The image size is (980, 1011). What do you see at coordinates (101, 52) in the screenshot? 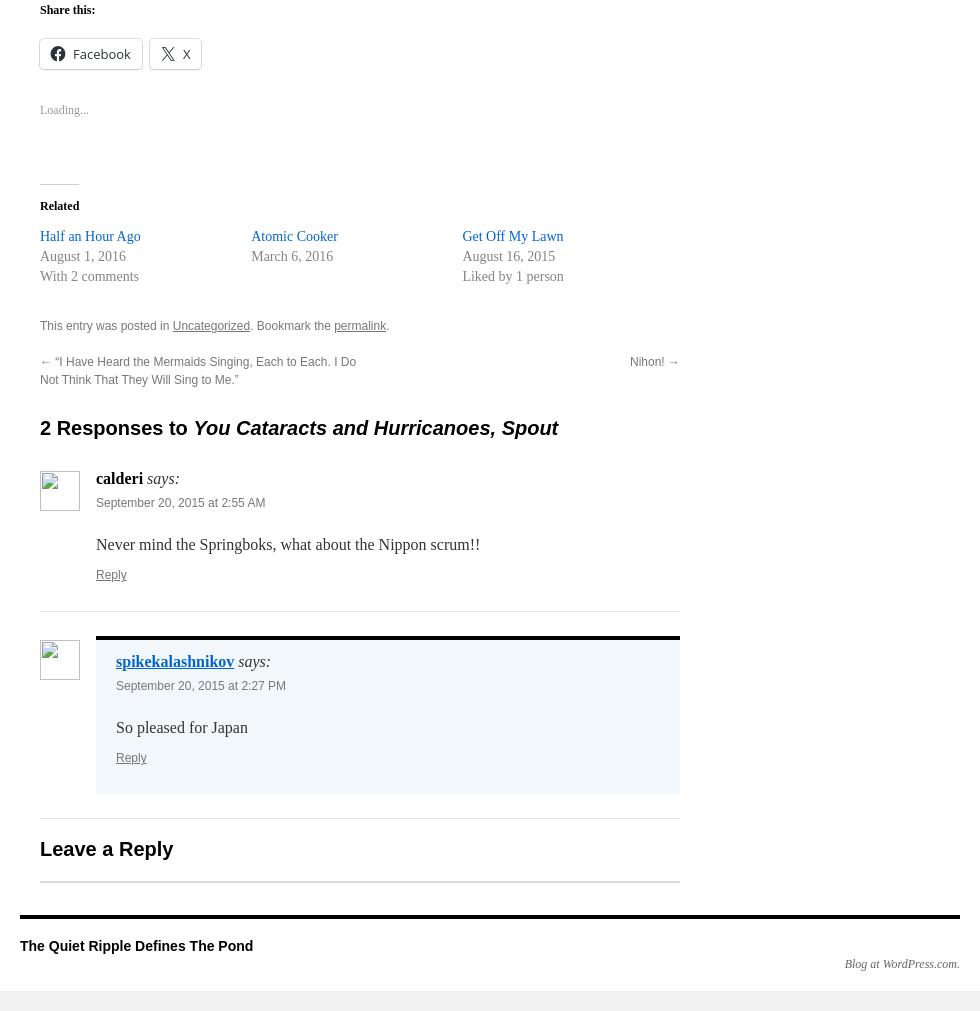
I see `'Facebook'` at bounding box center [101, 52].